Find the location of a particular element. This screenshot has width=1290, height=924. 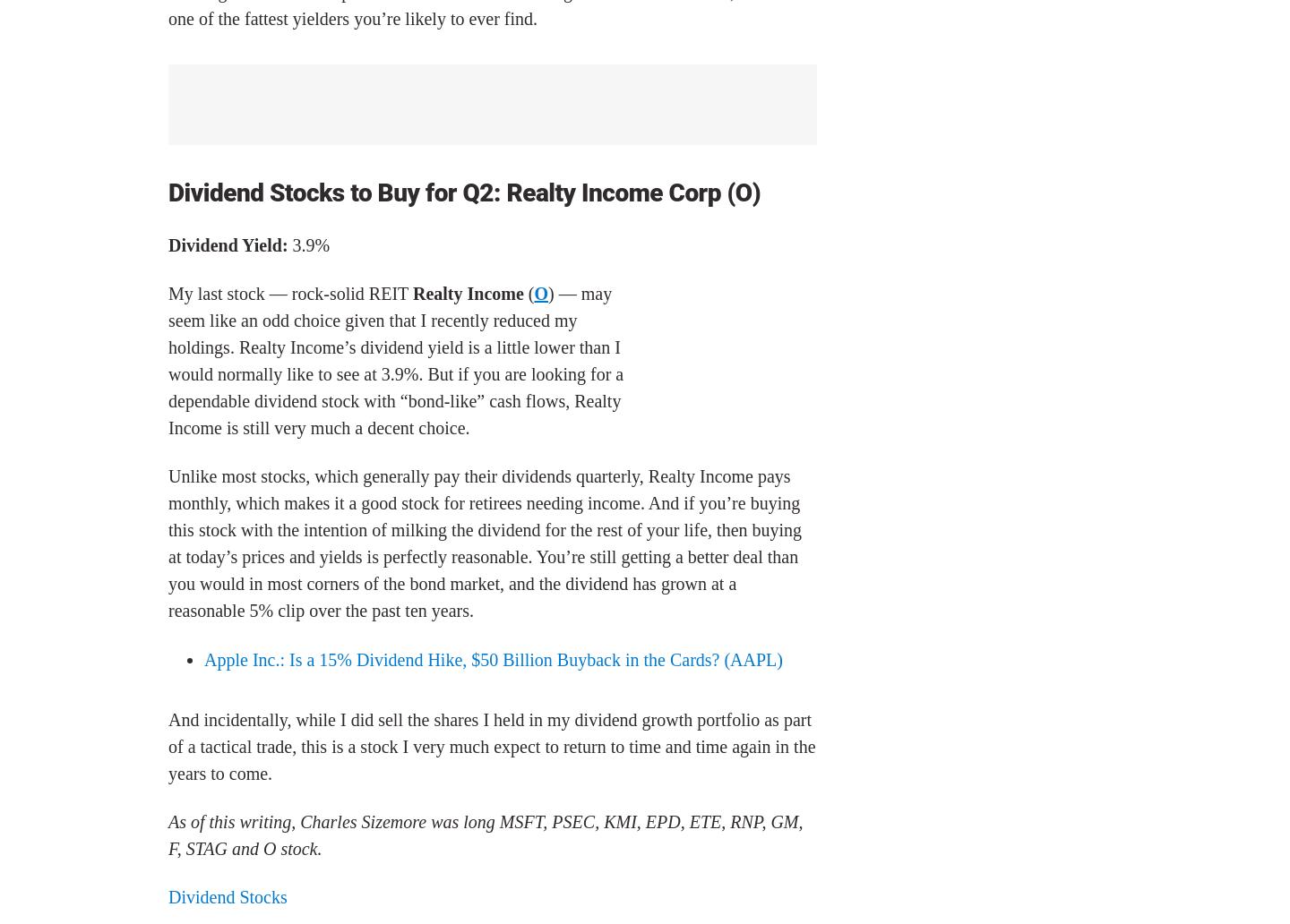

'3.9%' is located at coordinates (308, 244).